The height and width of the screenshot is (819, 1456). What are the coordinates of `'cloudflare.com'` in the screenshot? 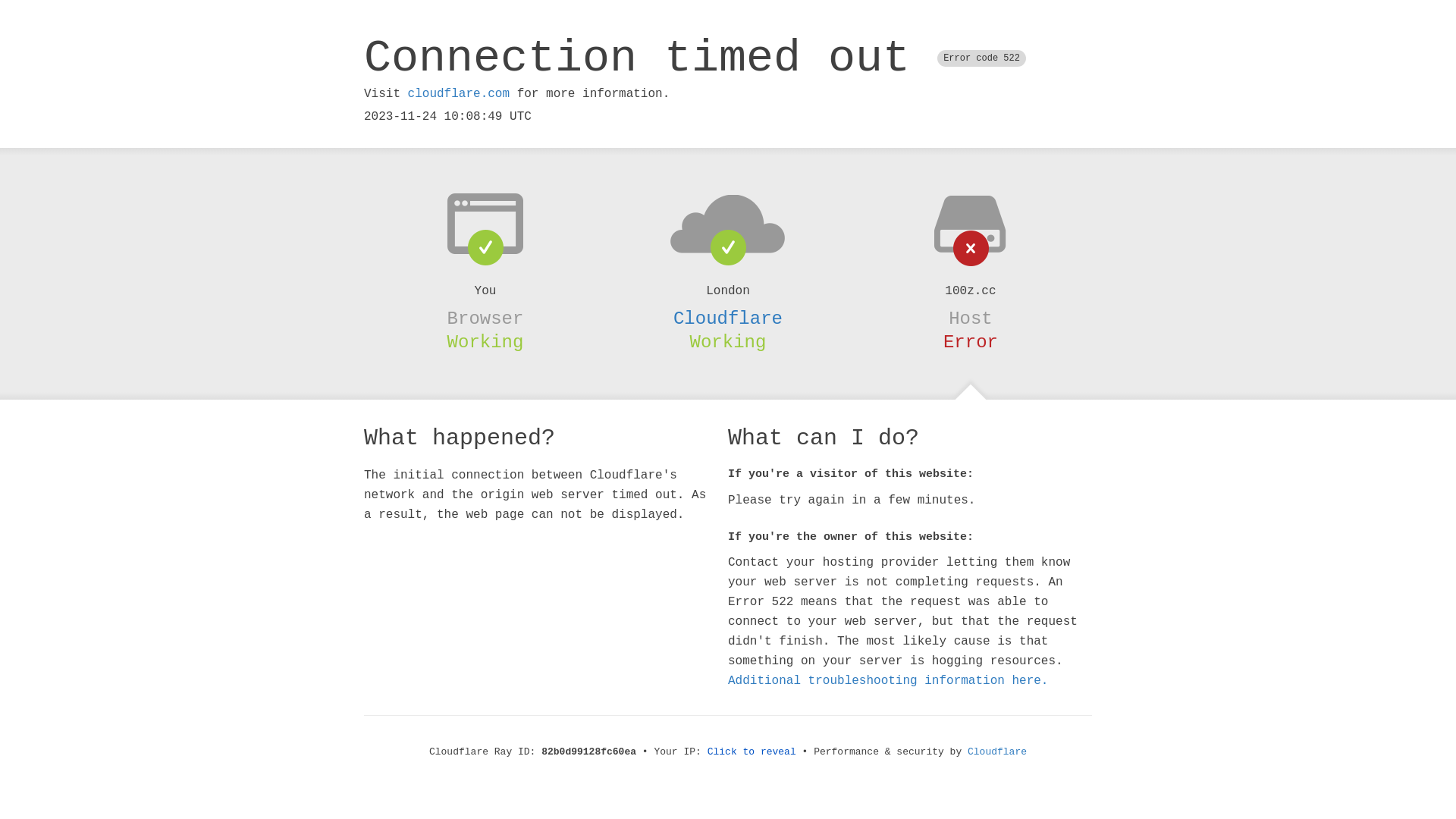 It's located at (407, 93).